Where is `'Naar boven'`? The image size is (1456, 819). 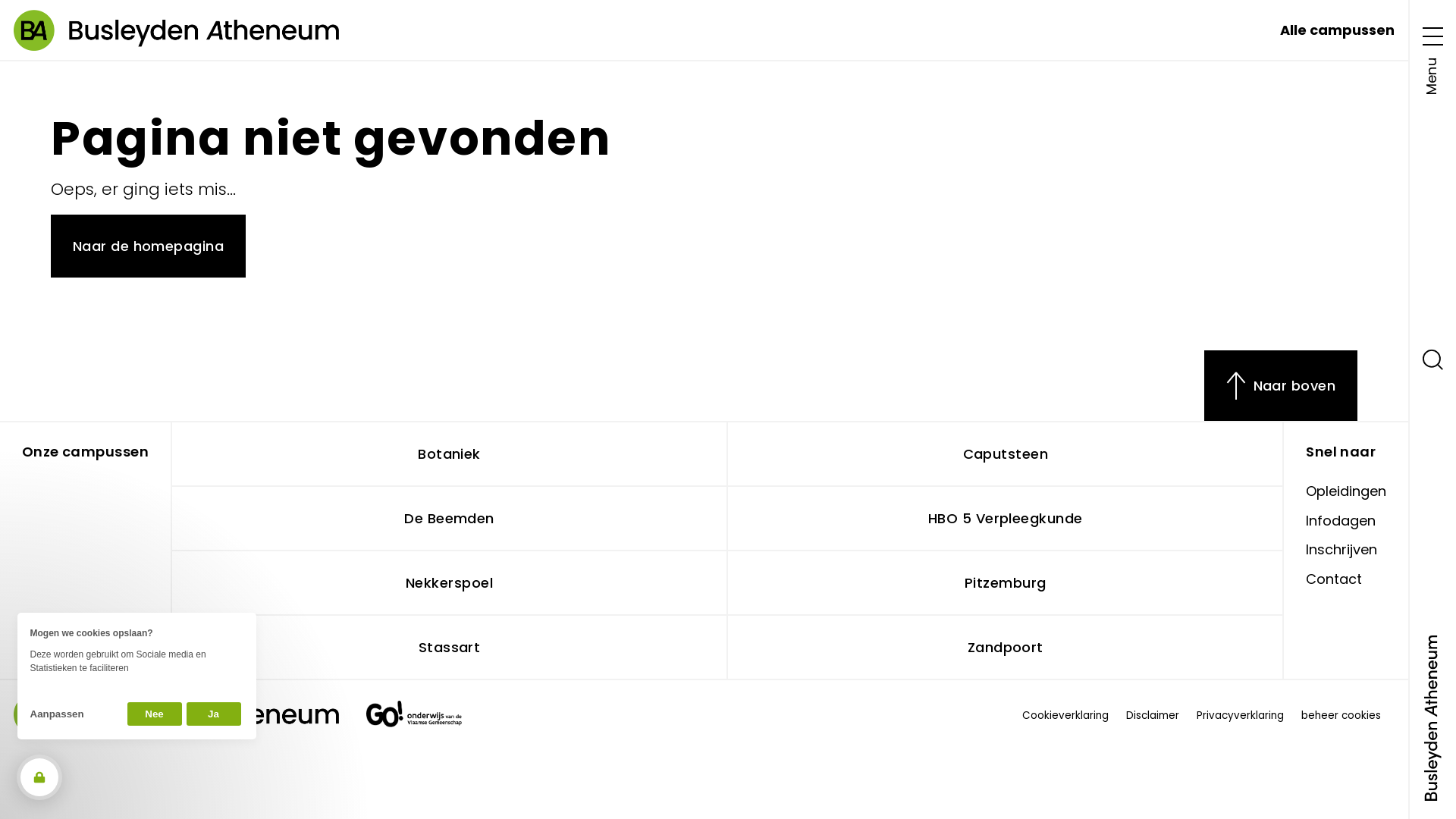 'Naar boven' is located at coordinates (1203, 385).